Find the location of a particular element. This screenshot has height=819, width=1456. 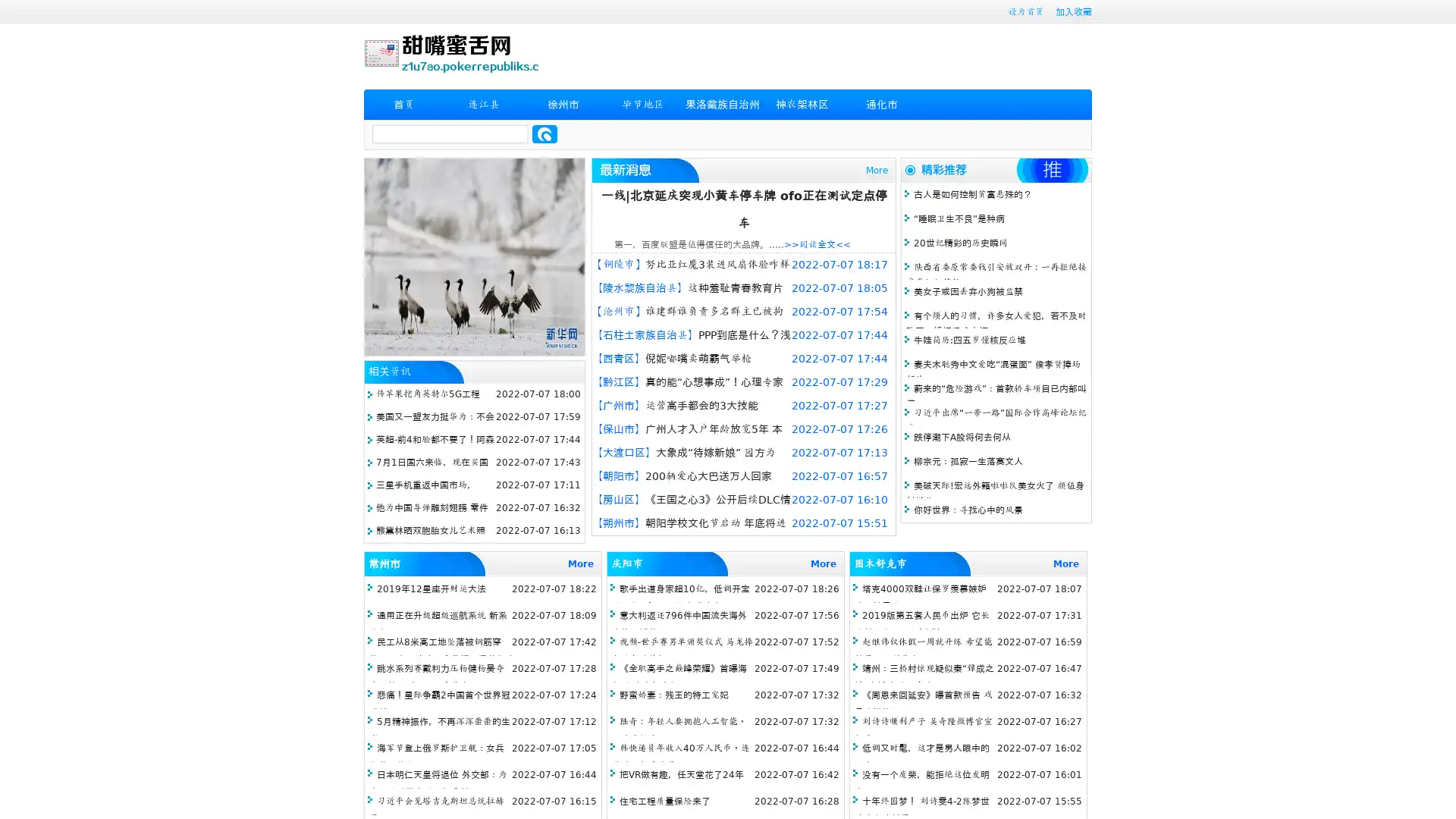

Search is located at coordinates (544, 133).